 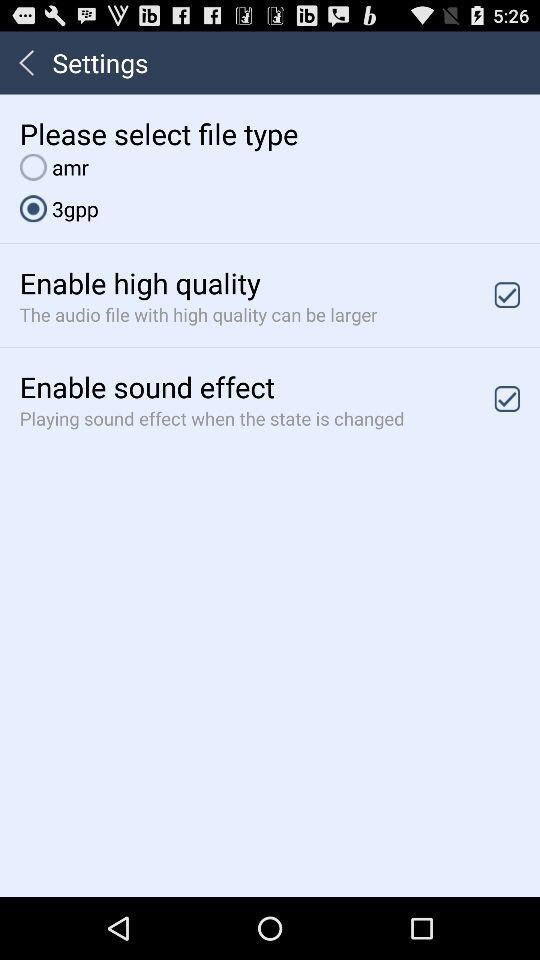 What do you see at coordinates (25, 62) in the screenshot?
I see `the icon next to settings item` at bounding box center [25, 62].